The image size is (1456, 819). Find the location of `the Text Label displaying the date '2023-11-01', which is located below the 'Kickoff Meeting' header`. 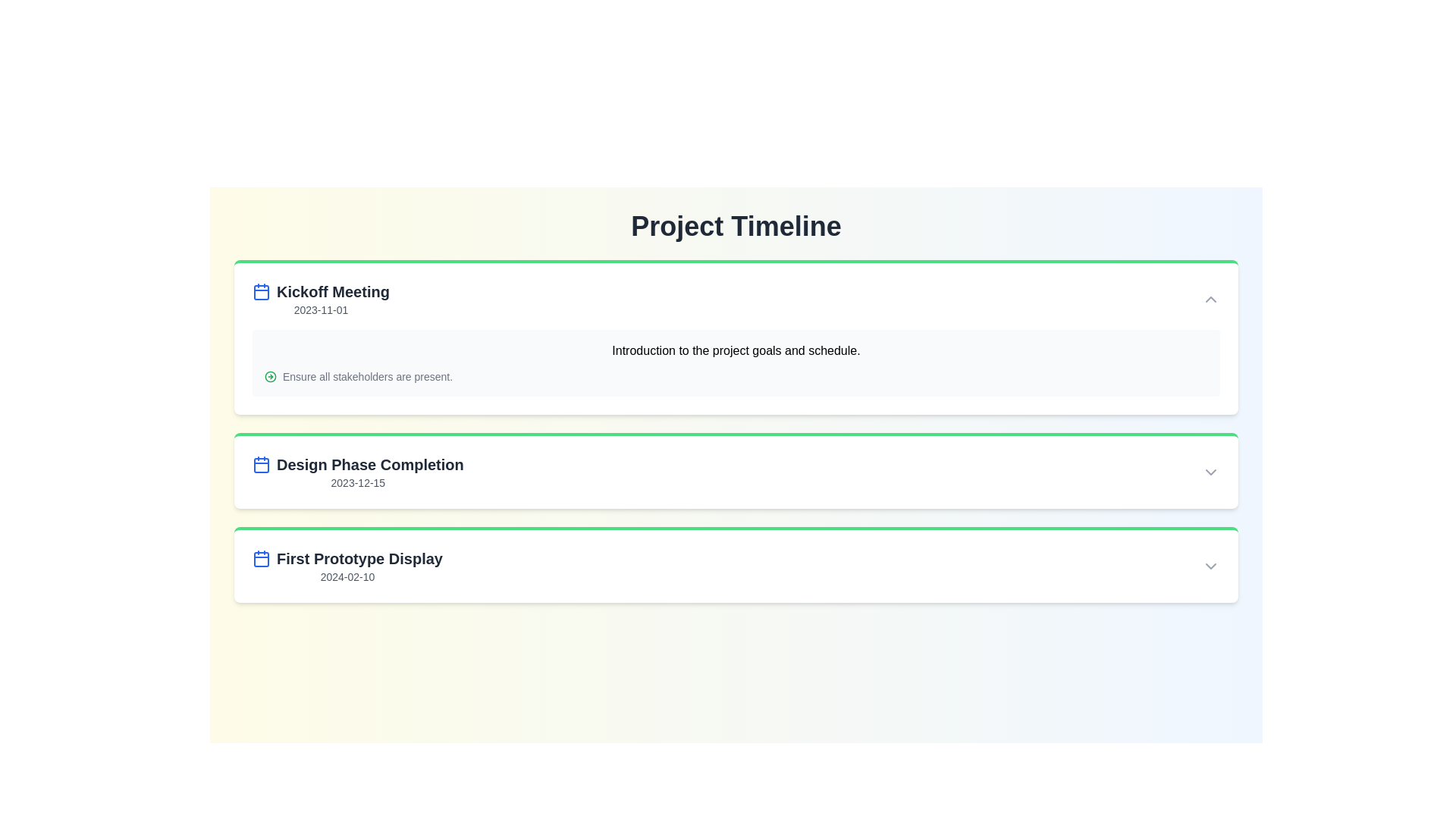

the Text Label displaying the date '2023-11-01', which is located below the 'Kickoff Meeting' header is located at coordinates (320, 309).